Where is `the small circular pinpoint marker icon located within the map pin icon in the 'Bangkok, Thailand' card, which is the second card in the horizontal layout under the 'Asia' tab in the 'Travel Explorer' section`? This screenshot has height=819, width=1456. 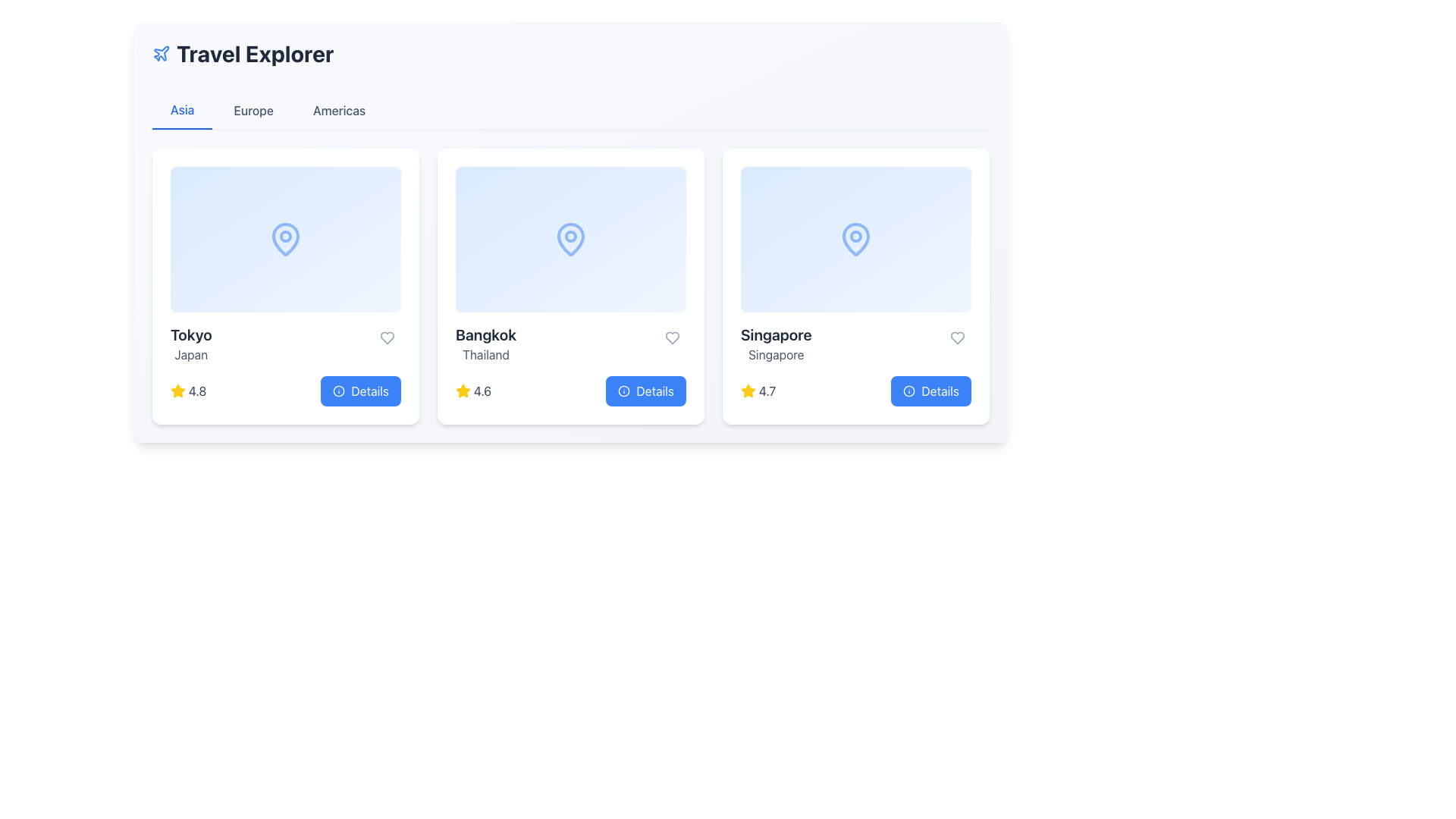
the small circular pinpoint marker icon located within the map pin icon in the 'Bangkok, Thailand' card, which is the second card in the horizontal layout under the 'Asia' tab in the 'Travel Explorer' section is located at coordinates (570, 237).